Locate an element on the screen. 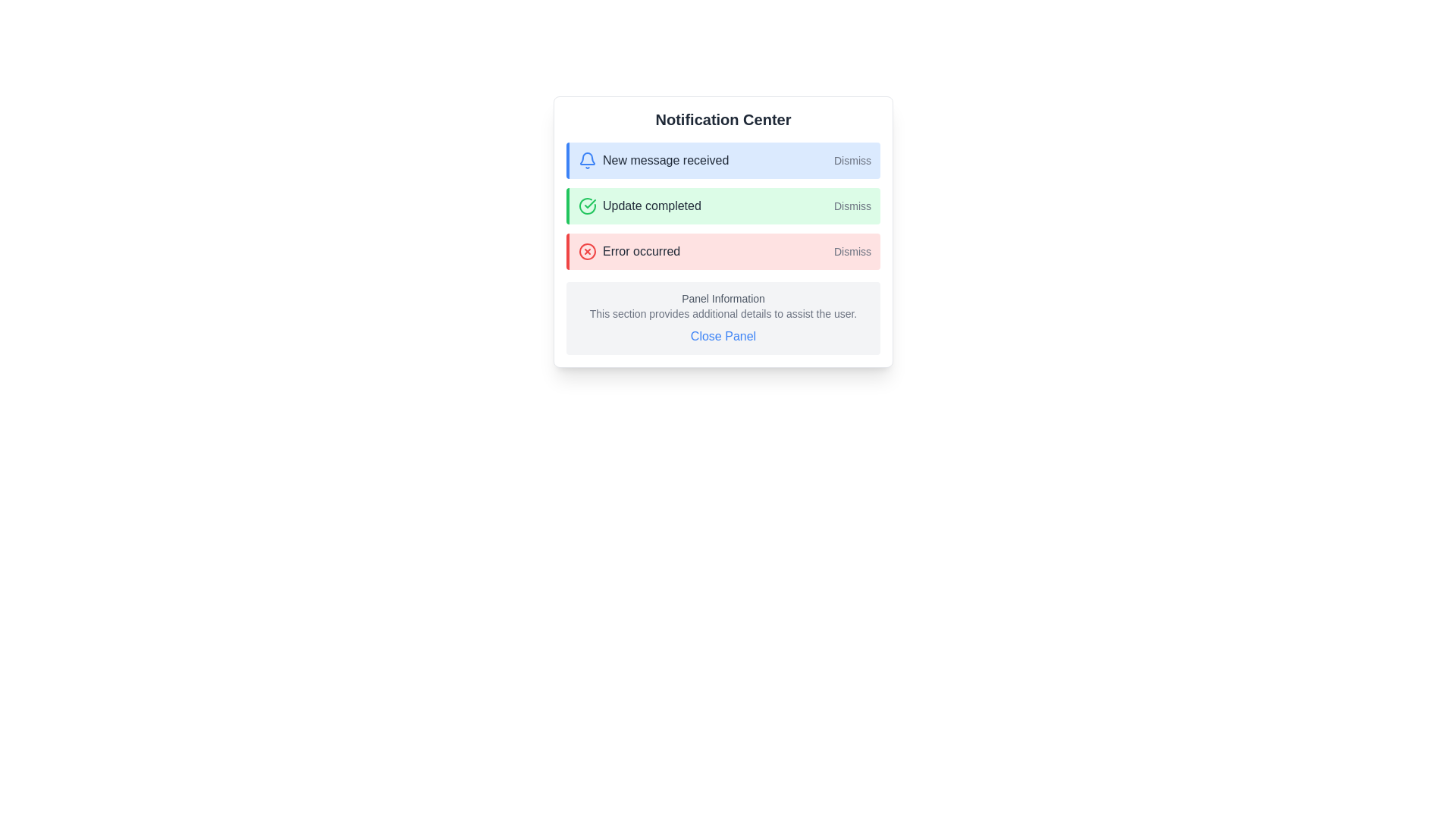 Image resolution: width=1456 pixels, height=819 pixels. the notification message text label with an icon located in the middle of the Notification Center, indicating the completion of an update is located at coordinates (639, 206).